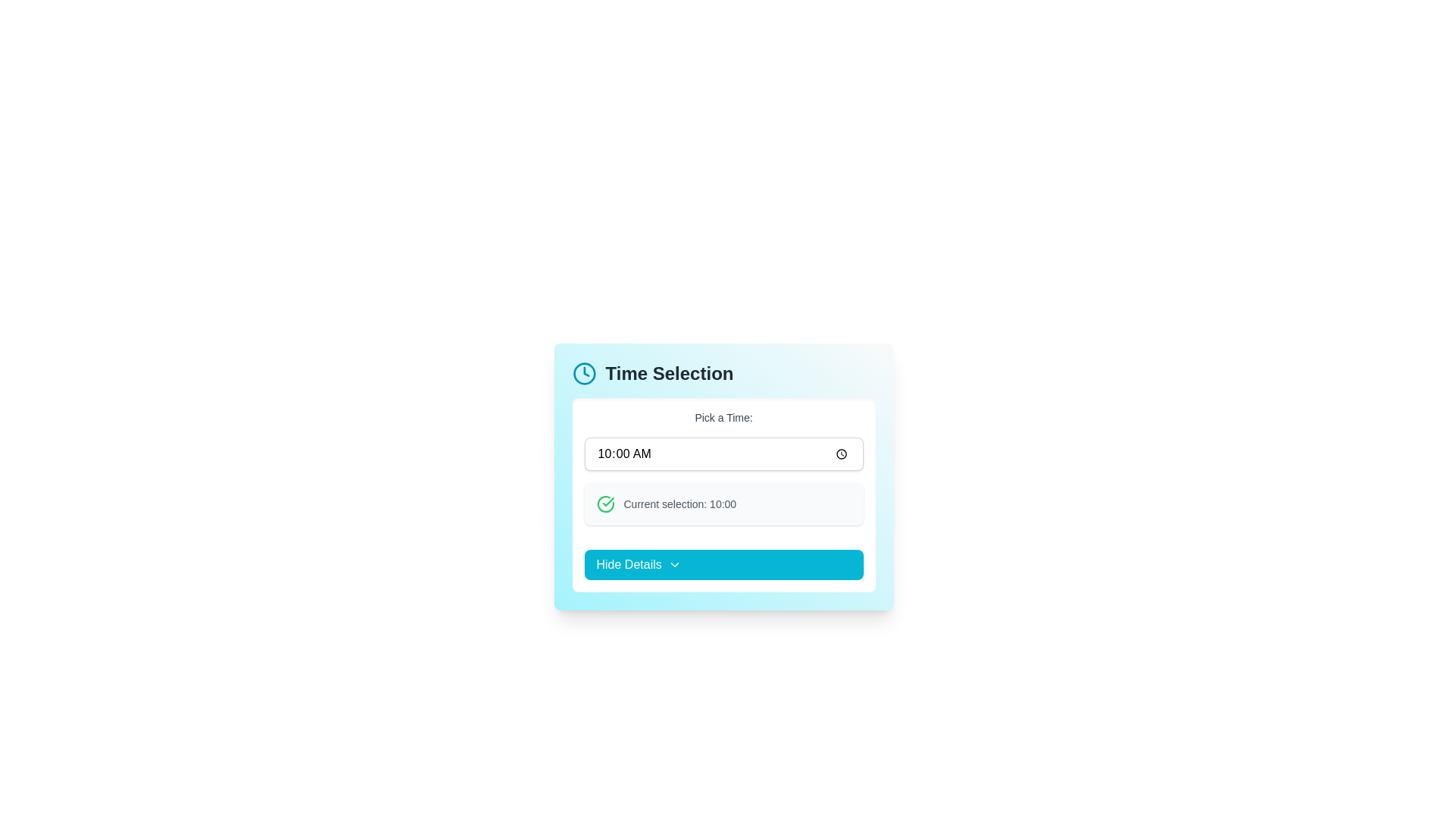  I want to click on the text label displaying 'Current selection: 10:00', which is positioned below the time input field in the time selection interface, so click(679, 504).